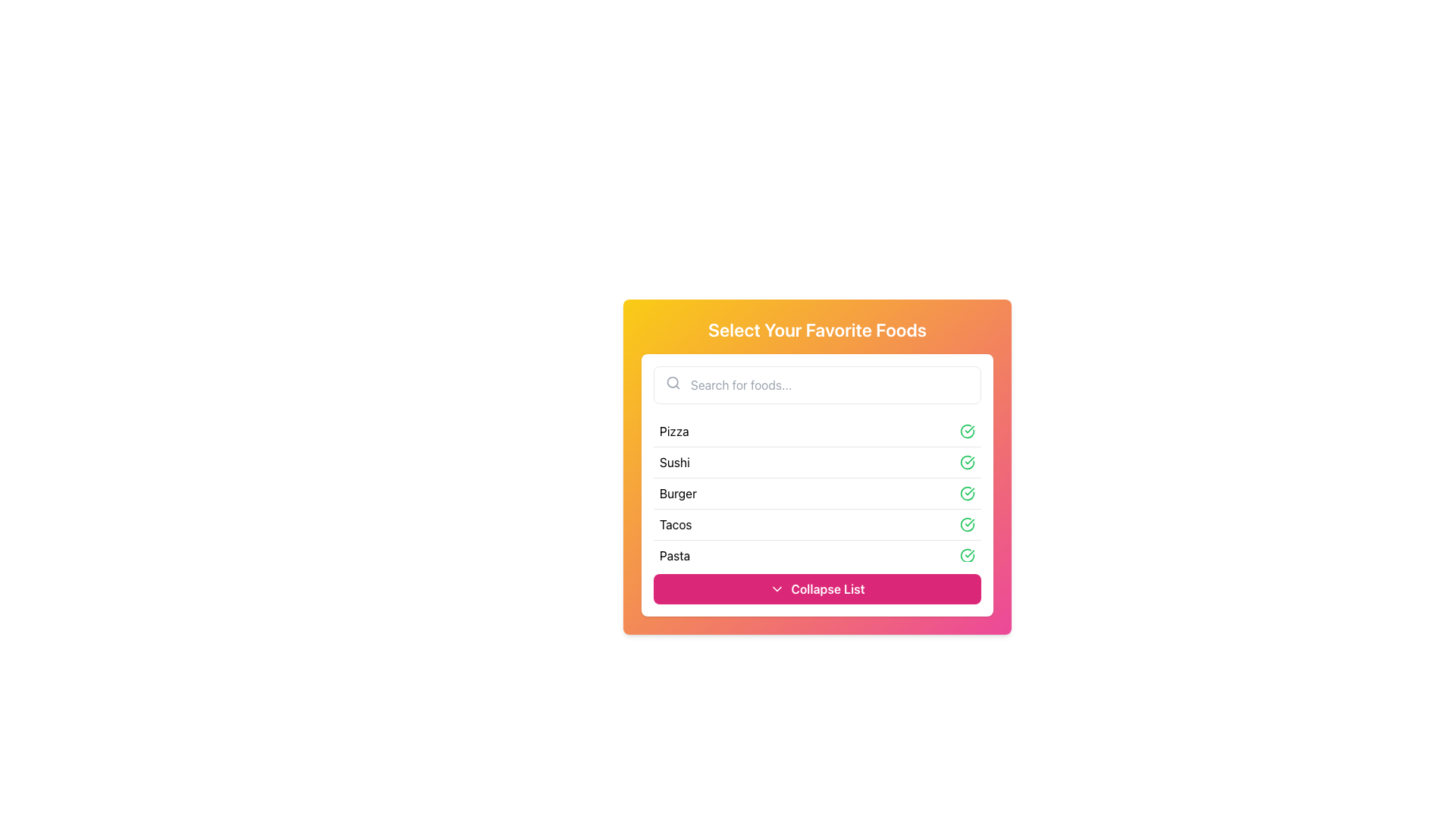 Image resolution: width=1456 pixels, height=819 pixels. I want to click on the circular icon with a green border and checkmark in the 'Pizza' row of the list, indicating a selected state, so click(967, 431).